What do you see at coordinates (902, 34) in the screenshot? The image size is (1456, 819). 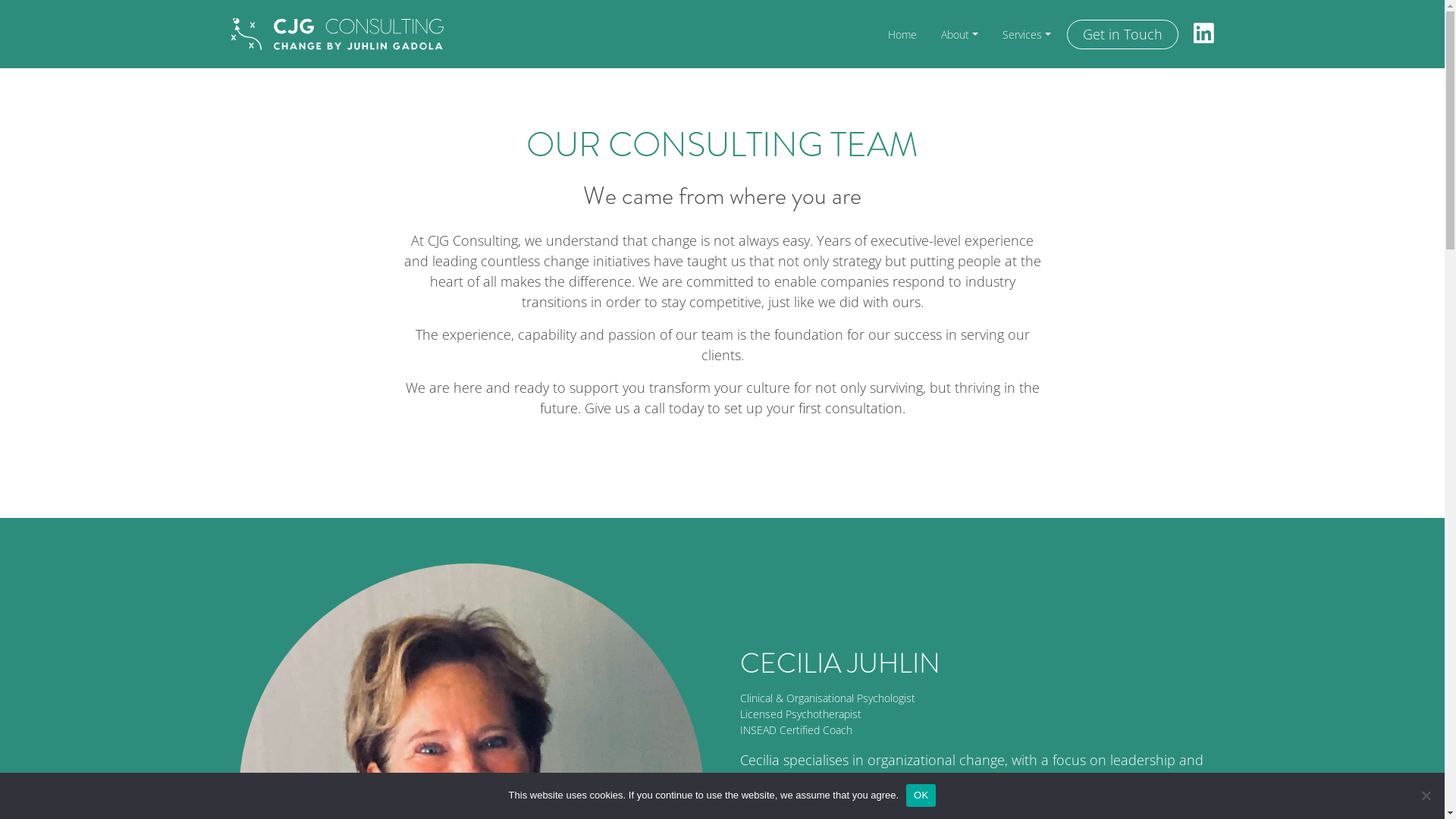 I see `'Home'` at bounding box center [902, 34].